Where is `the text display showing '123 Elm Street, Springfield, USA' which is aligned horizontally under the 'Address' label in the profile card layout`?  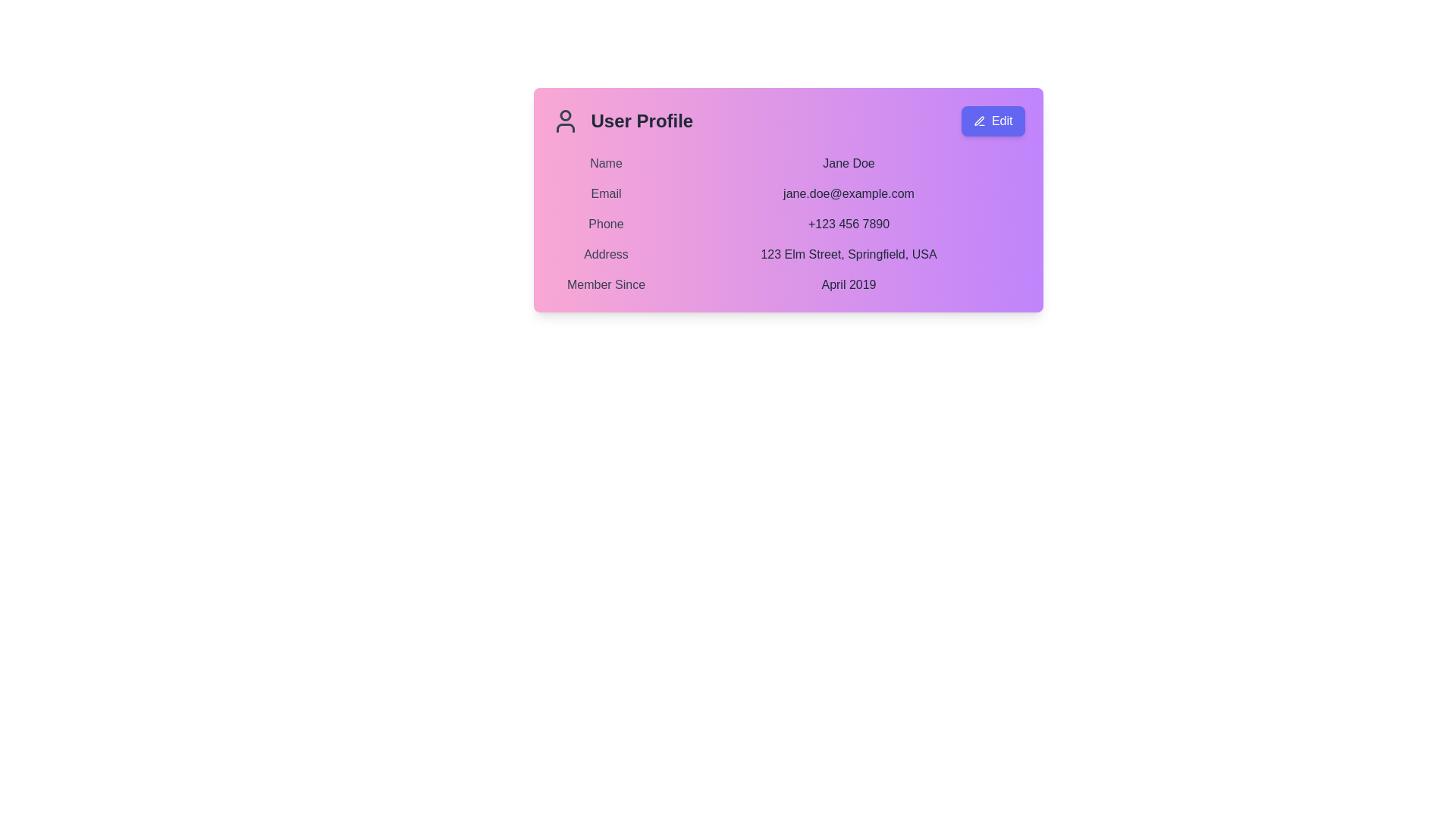 the text display showing '123 Elm Street, Springfield, USA' which is aligned horizontally under the 'Address' label in the profile card layout is located at coordinates (848, 253).